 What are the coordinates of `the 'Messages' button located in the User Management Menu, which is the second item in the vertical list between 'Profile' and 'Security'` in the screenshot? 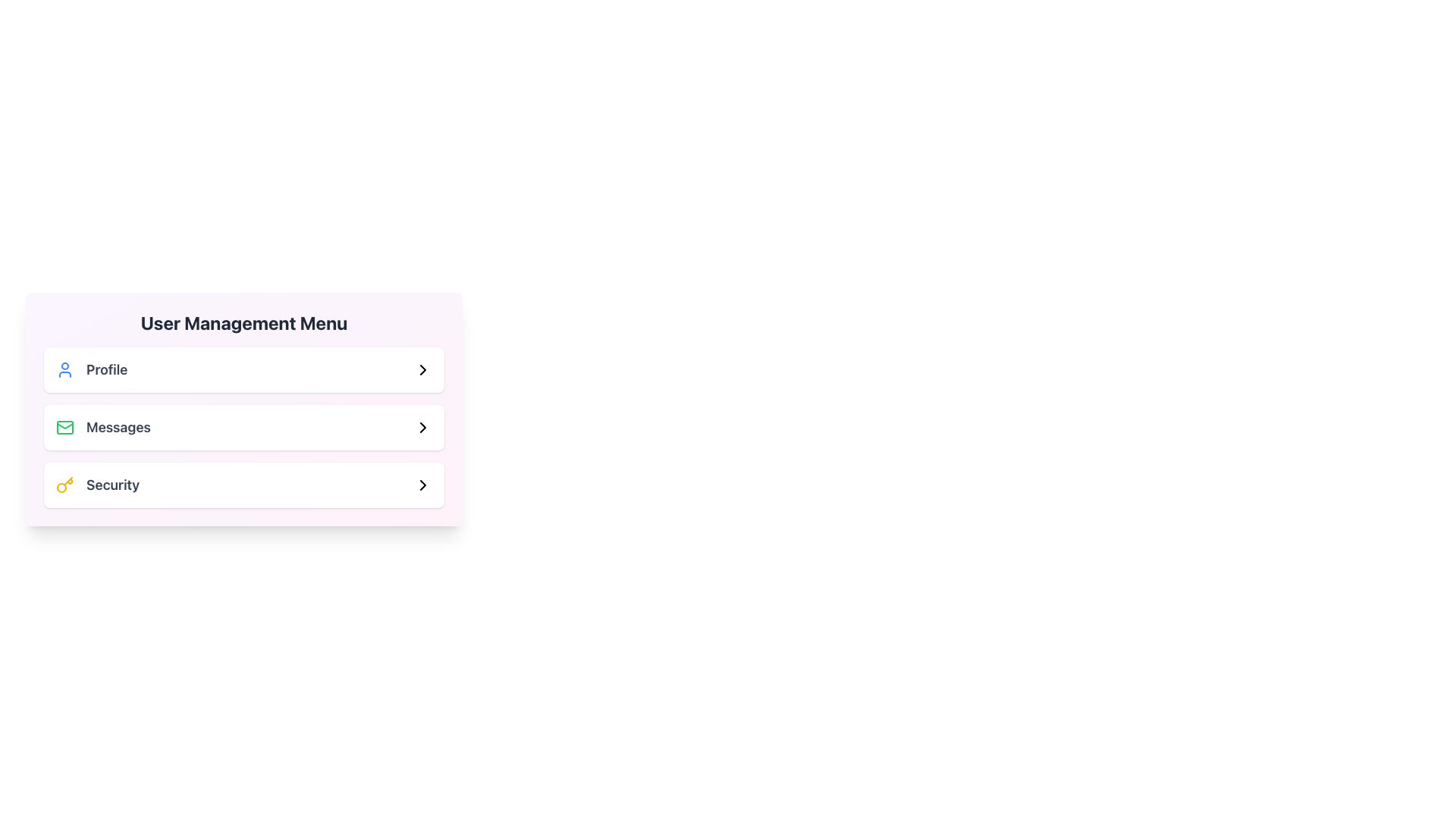 It's located at (243, 427).